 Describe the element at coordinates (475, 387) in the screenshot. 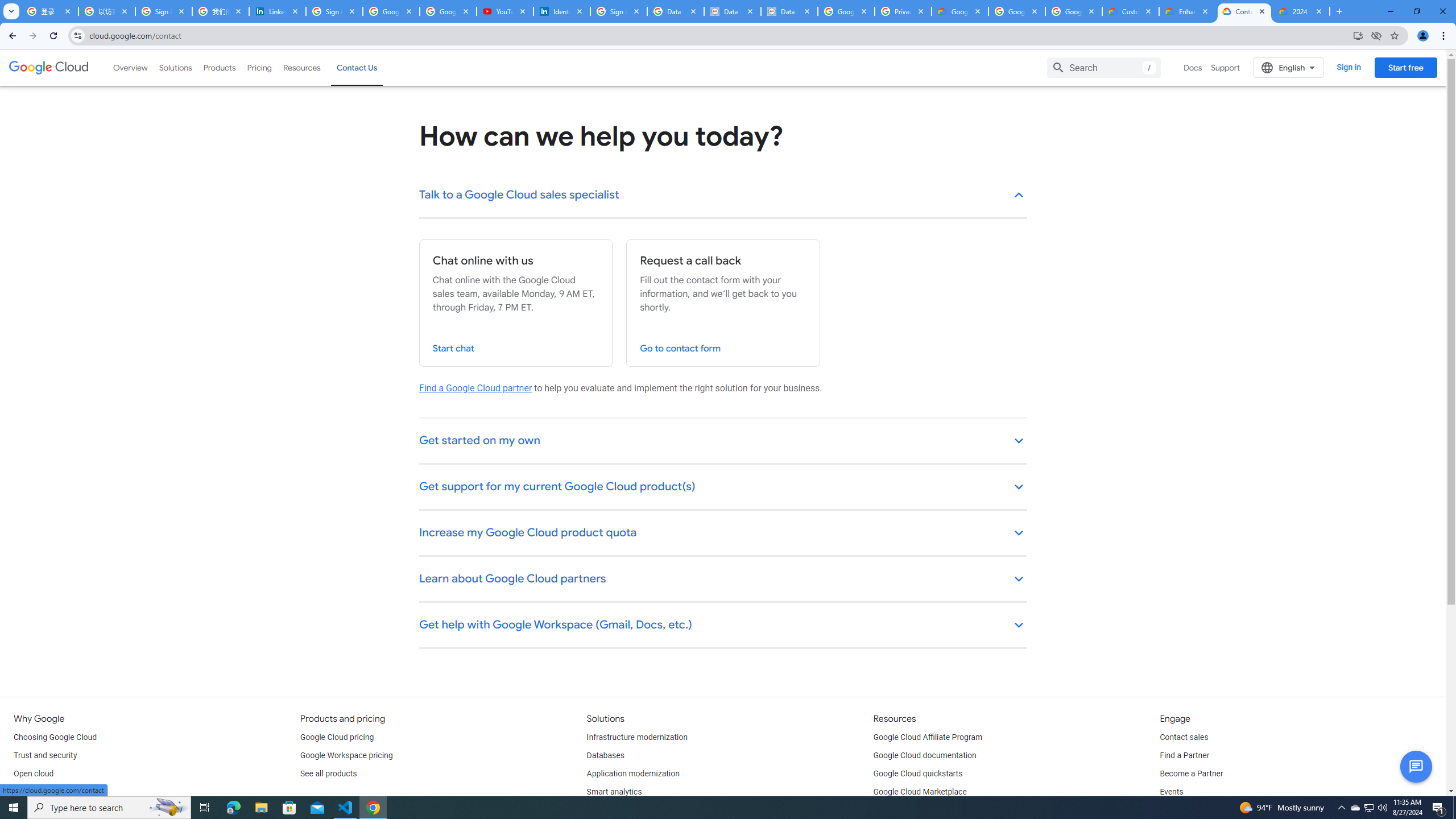

I see `'Find a Google Cloud partner'` at that location.